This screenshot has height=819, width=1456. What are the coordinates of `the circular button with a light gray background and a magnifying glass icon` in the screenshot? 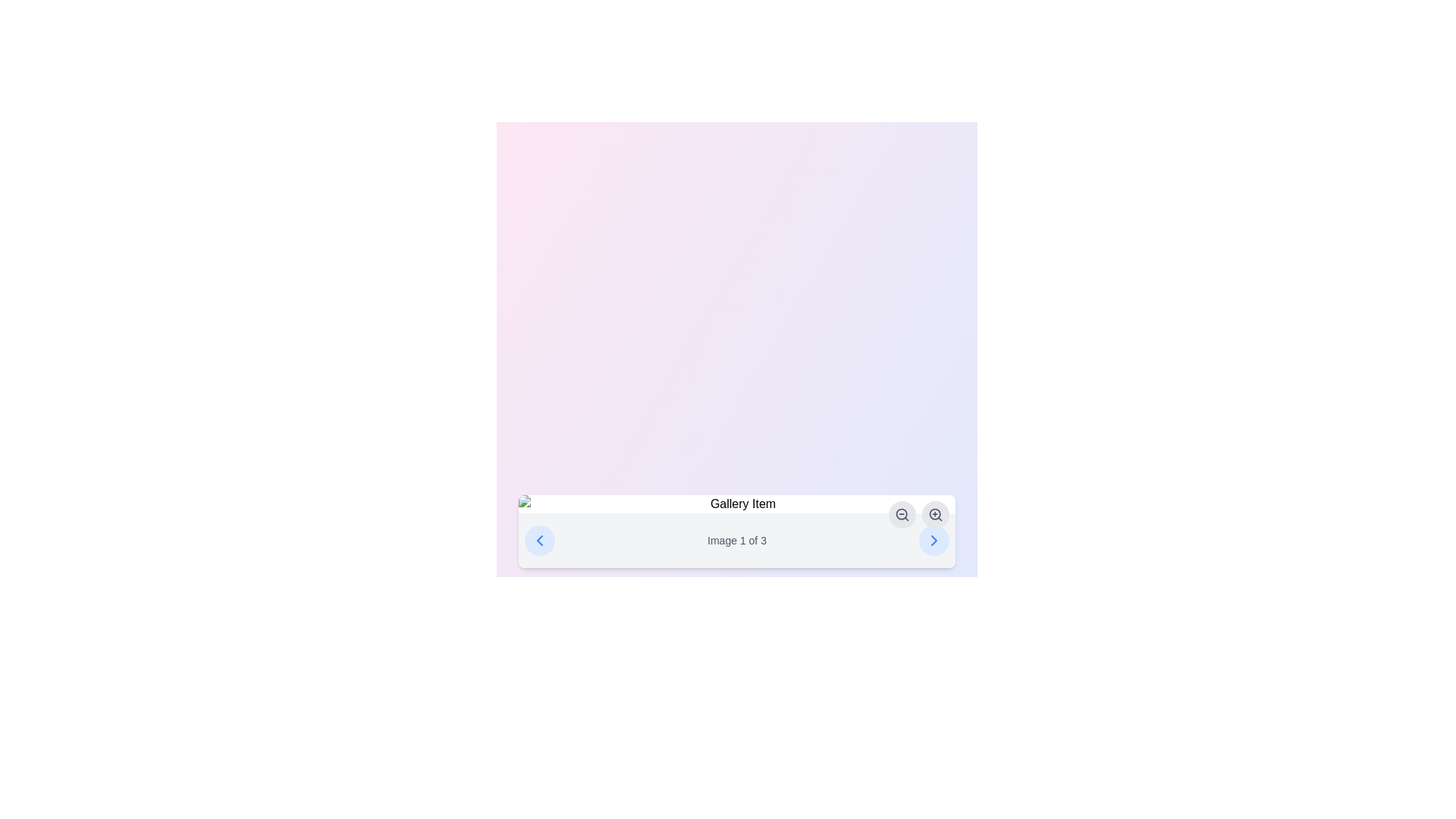 It's located at (902, 513).